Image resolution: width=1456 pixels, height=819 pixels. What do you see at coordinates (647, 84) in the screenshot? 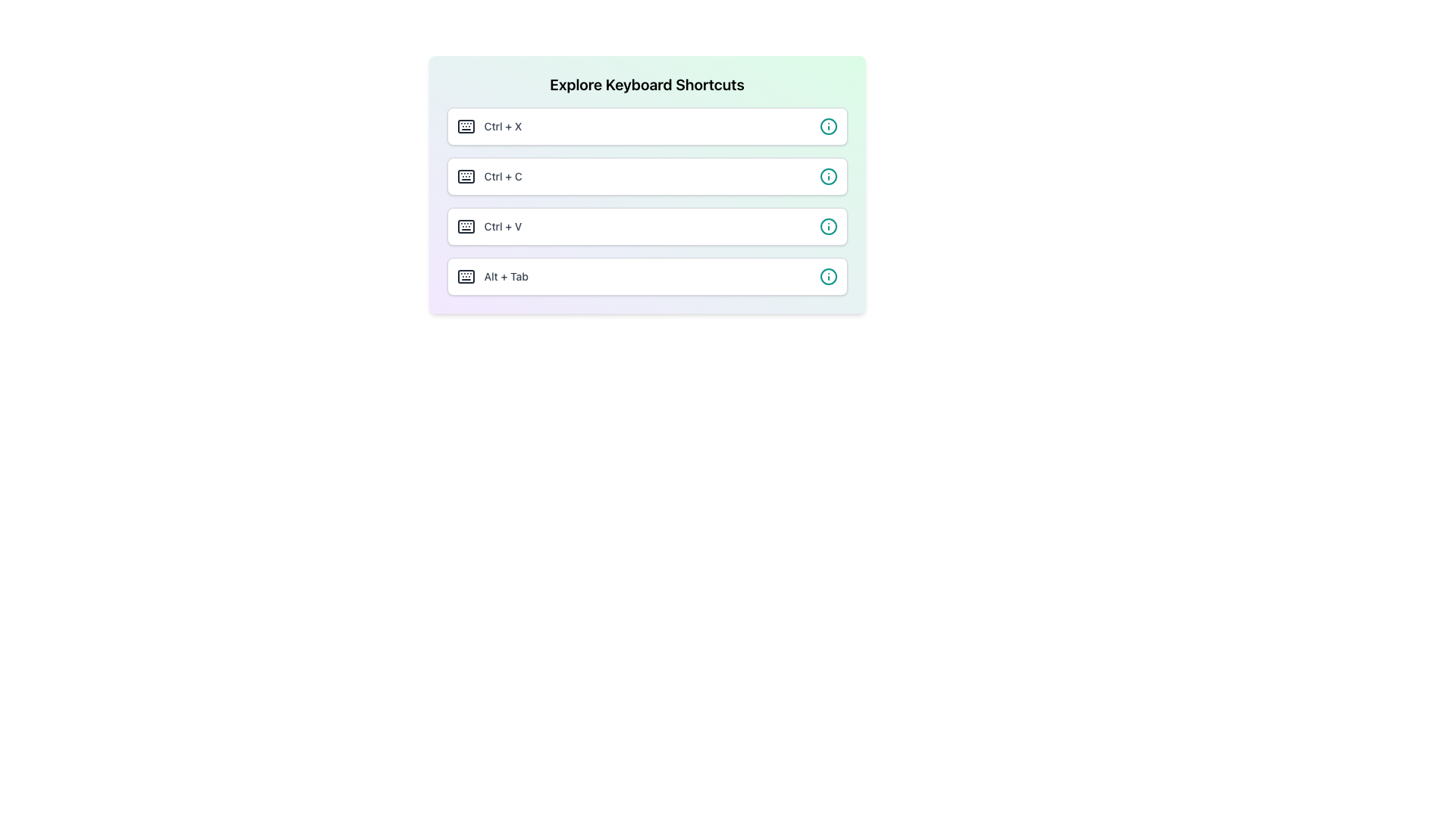
I see `text element displaying 'Explore Keyboard Shortcuts', which is a header styled in a larger font and bold weight, located at the top of the keyboard shortcuts panel` at bounding box center [647, 84].